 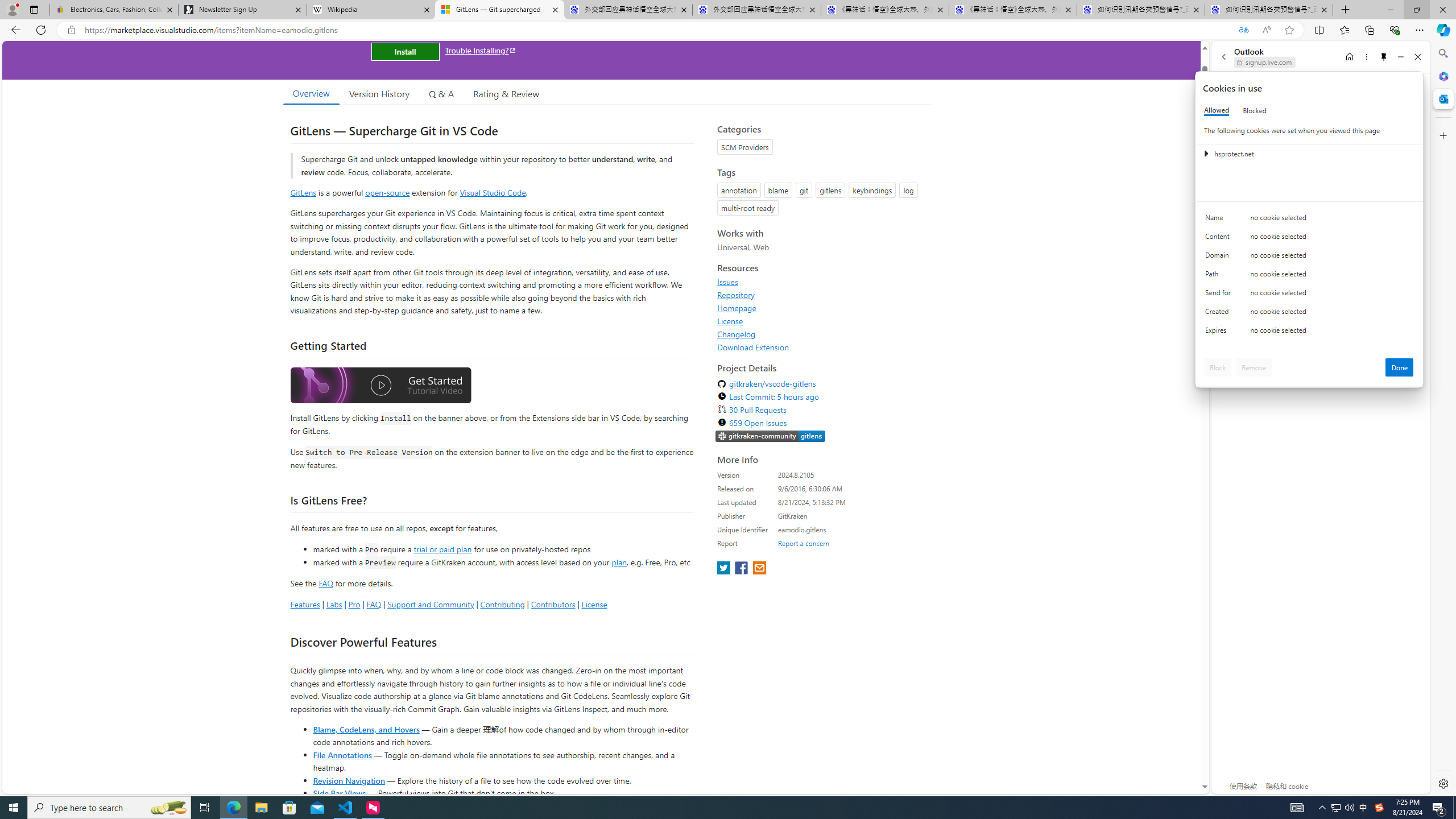 I want to click on 'Class: c0153 c0157 c0154', so click(x=1309, y=220).